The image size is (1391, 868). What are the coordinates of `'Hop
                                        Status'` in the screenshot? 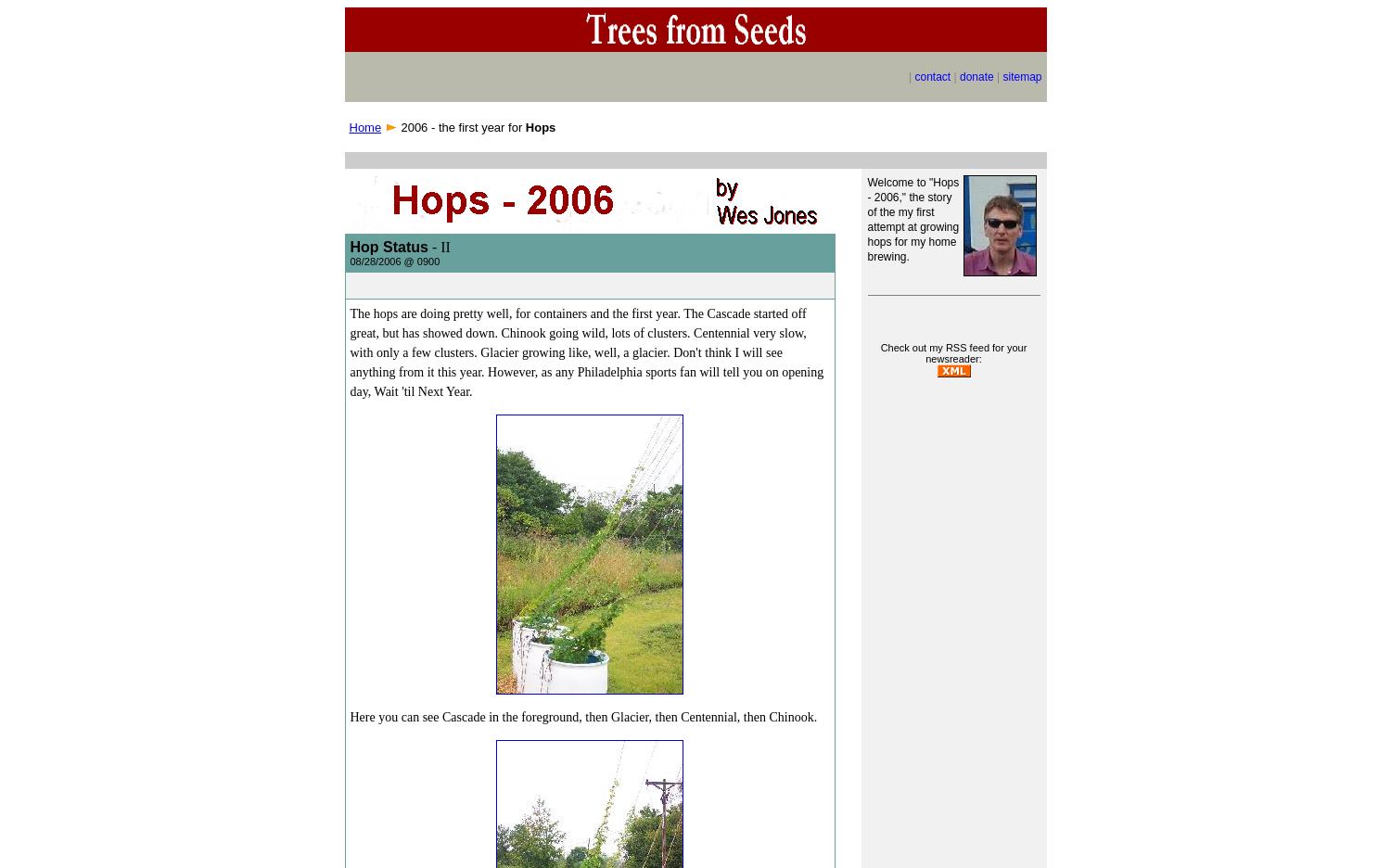 It's located at (388, 246).